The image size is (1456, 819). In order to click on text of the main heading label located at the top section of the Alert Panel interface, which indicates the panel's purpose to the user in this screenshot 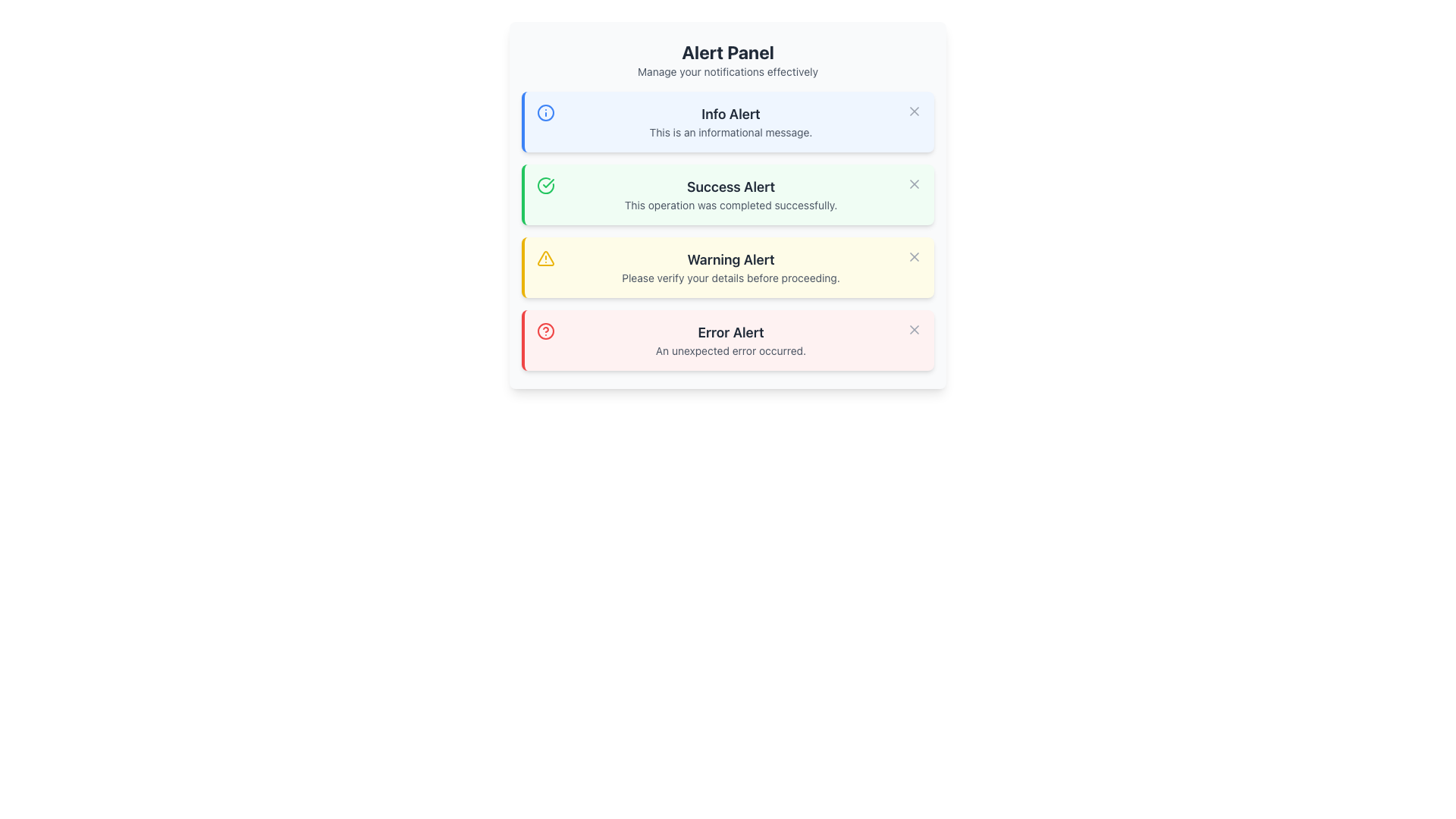, I will do `click(728, 52)`.